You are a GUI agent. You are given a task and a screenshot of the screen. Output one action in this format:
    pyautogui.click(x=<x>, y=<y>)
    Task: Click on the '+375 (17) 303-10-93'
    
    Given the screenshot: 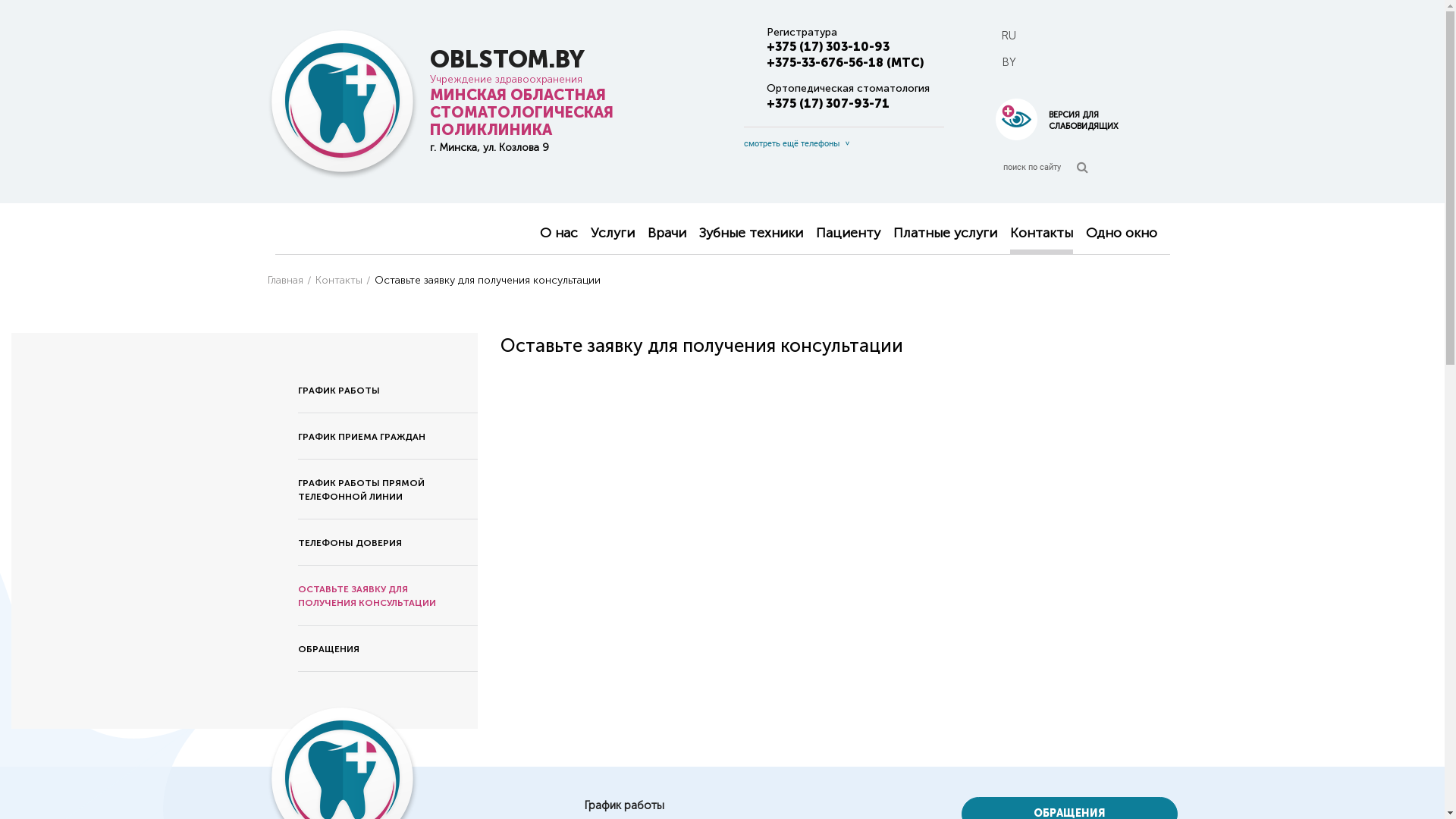 What is the action you would take?
    pyautogui.click(x=765, y=45)
    